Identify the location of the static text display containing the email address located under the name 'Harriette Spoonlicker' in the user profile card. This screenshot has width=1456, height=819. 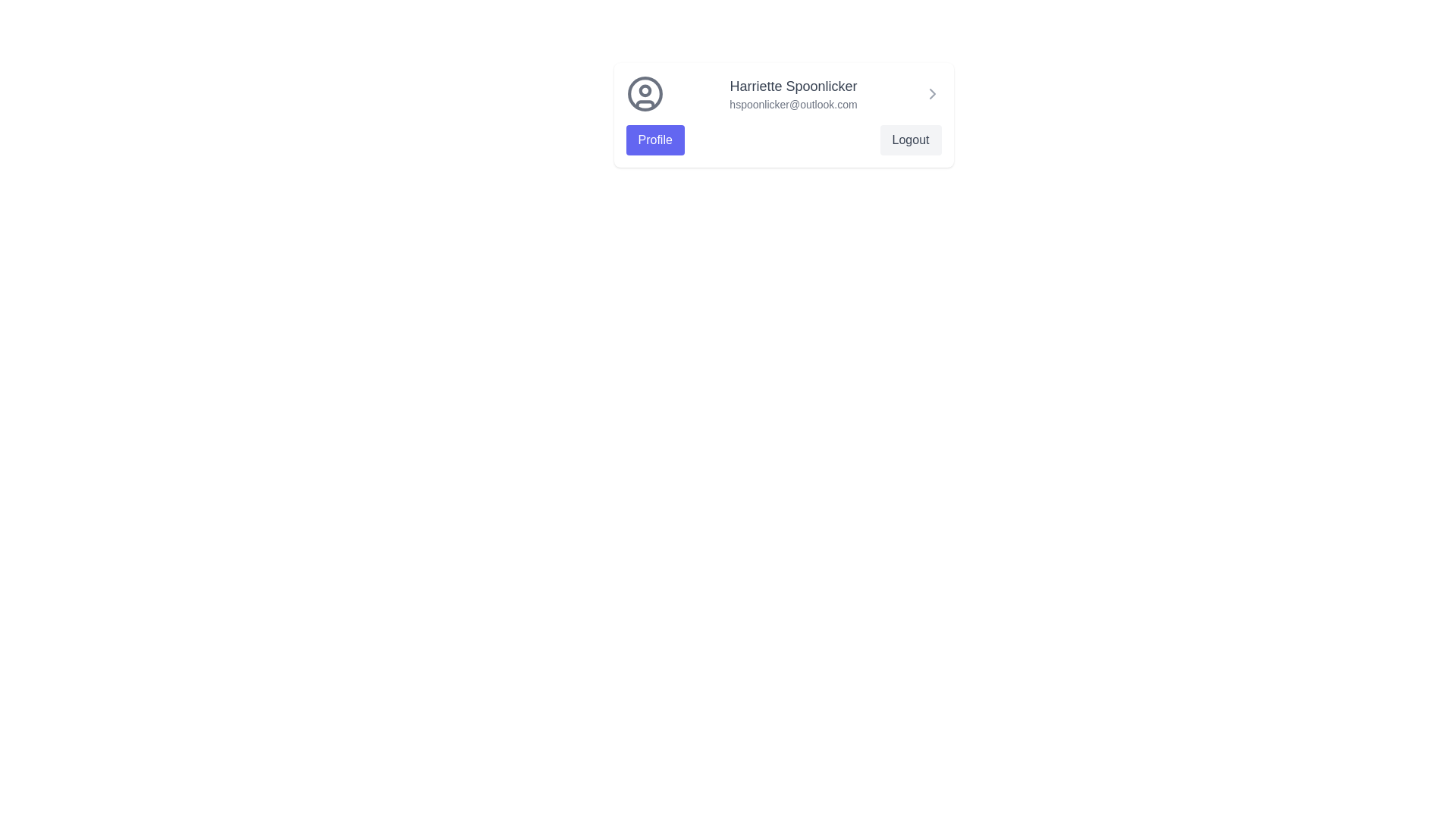
(792, 104).